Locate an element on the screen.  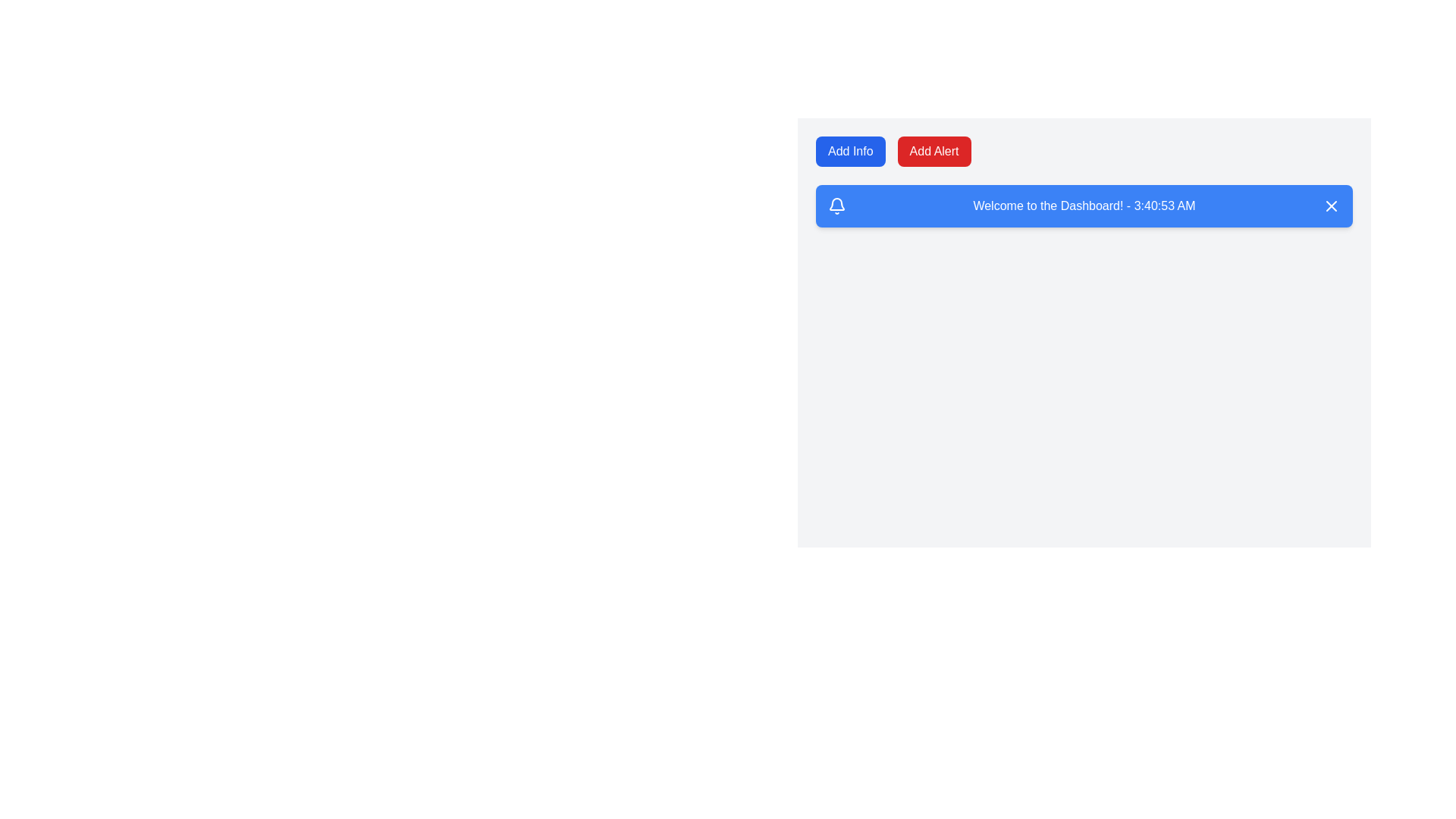
the X-shaped Close button located at the top-right of the blue notification bar is located at coordinates (1331, 206).